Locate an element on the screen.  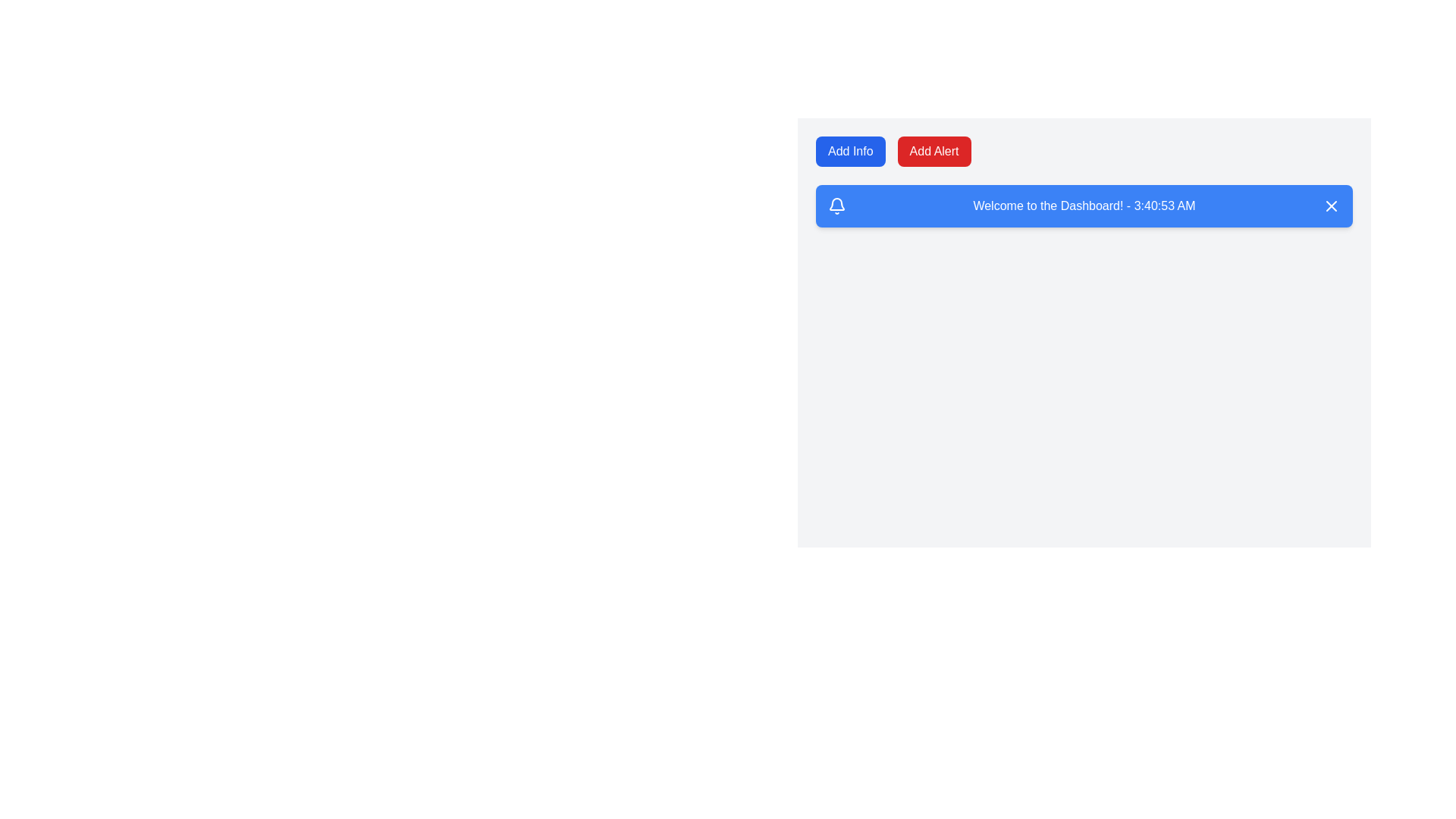
the X-shaped Close button located at the top-right of the blue notification bar is located at coordinates (1331, 206).